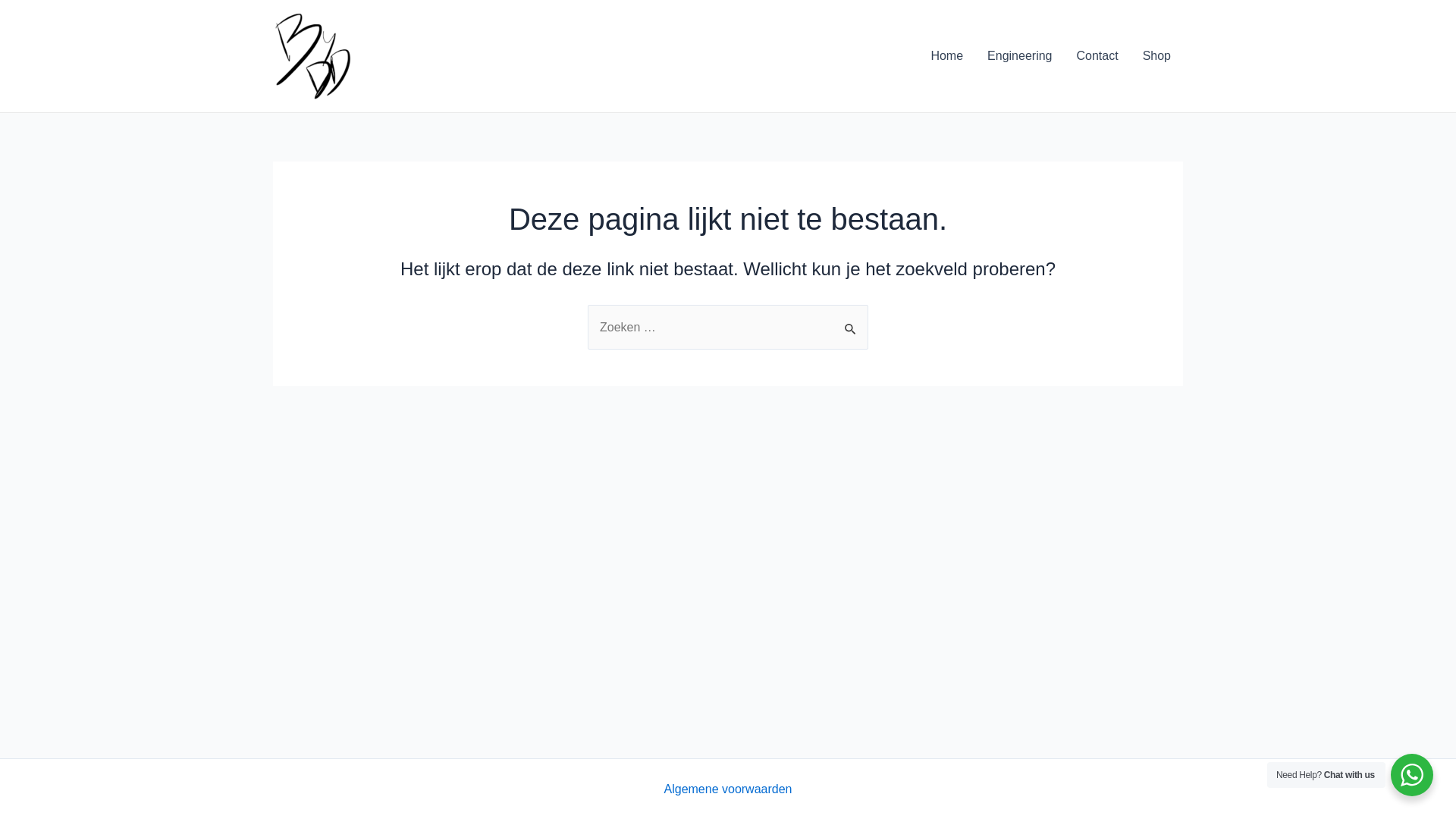 The image size is (1456, 819). I want to click on 'Algemene voorwaarden', so click(728, 789).